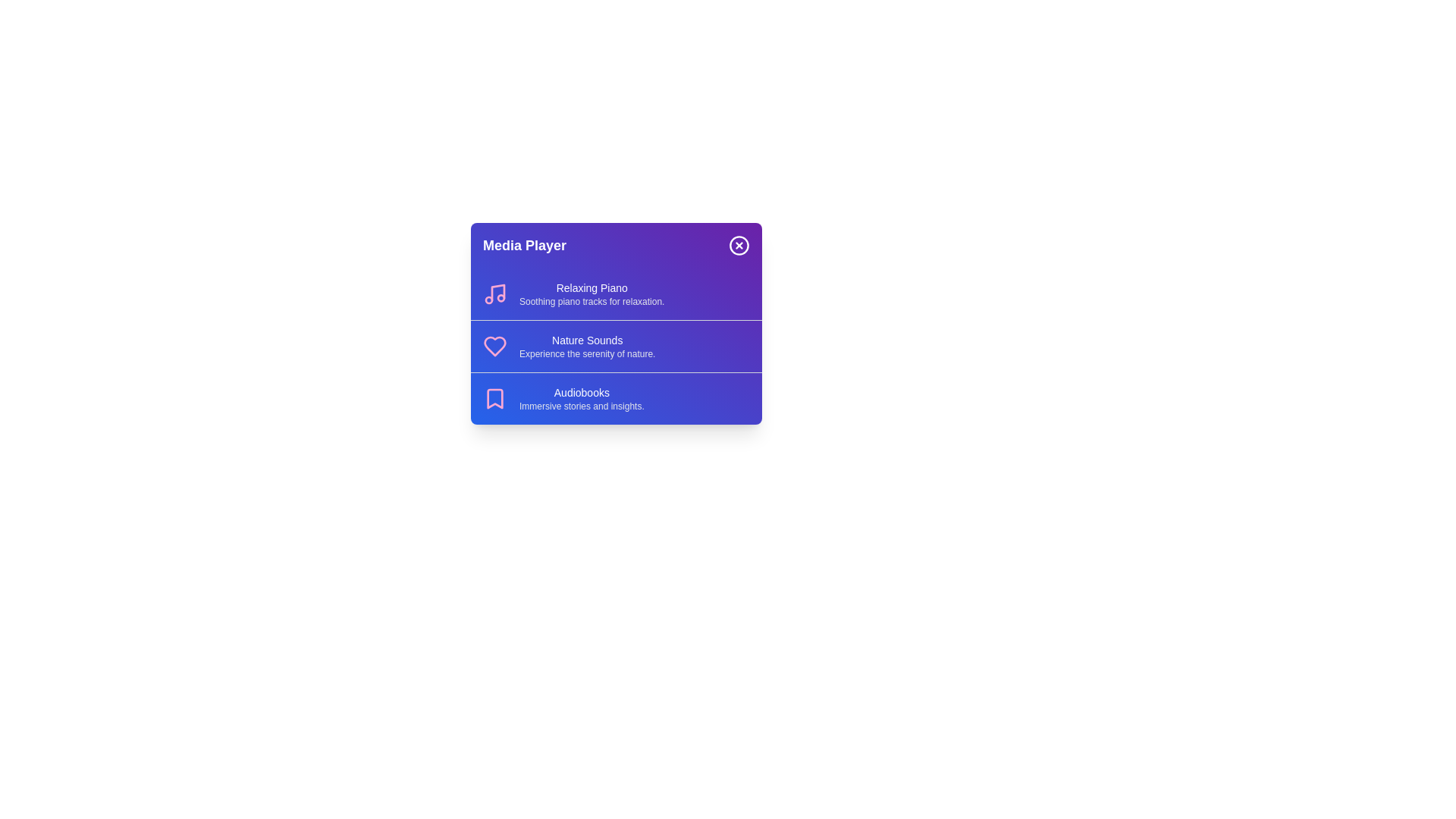 The image size is (1456, 819). Describe the element at coordinates (739, 245) in the screenshot. I see `button in the top-right corner to toggle the menu visibility` at that location.